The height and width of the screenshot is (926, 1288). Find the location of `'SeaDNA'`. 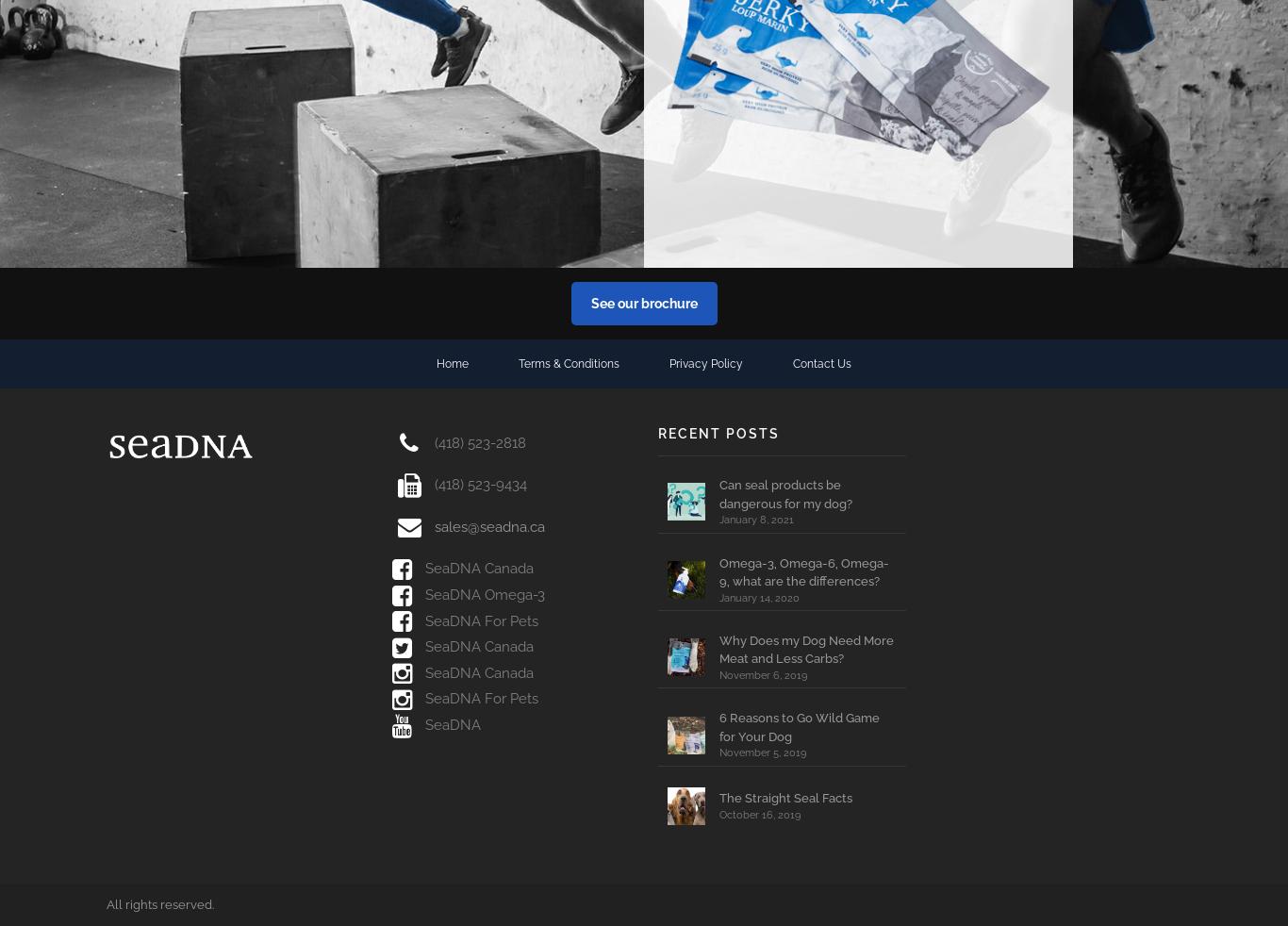

'SeaDNA' is located at coordinates (419, 725).